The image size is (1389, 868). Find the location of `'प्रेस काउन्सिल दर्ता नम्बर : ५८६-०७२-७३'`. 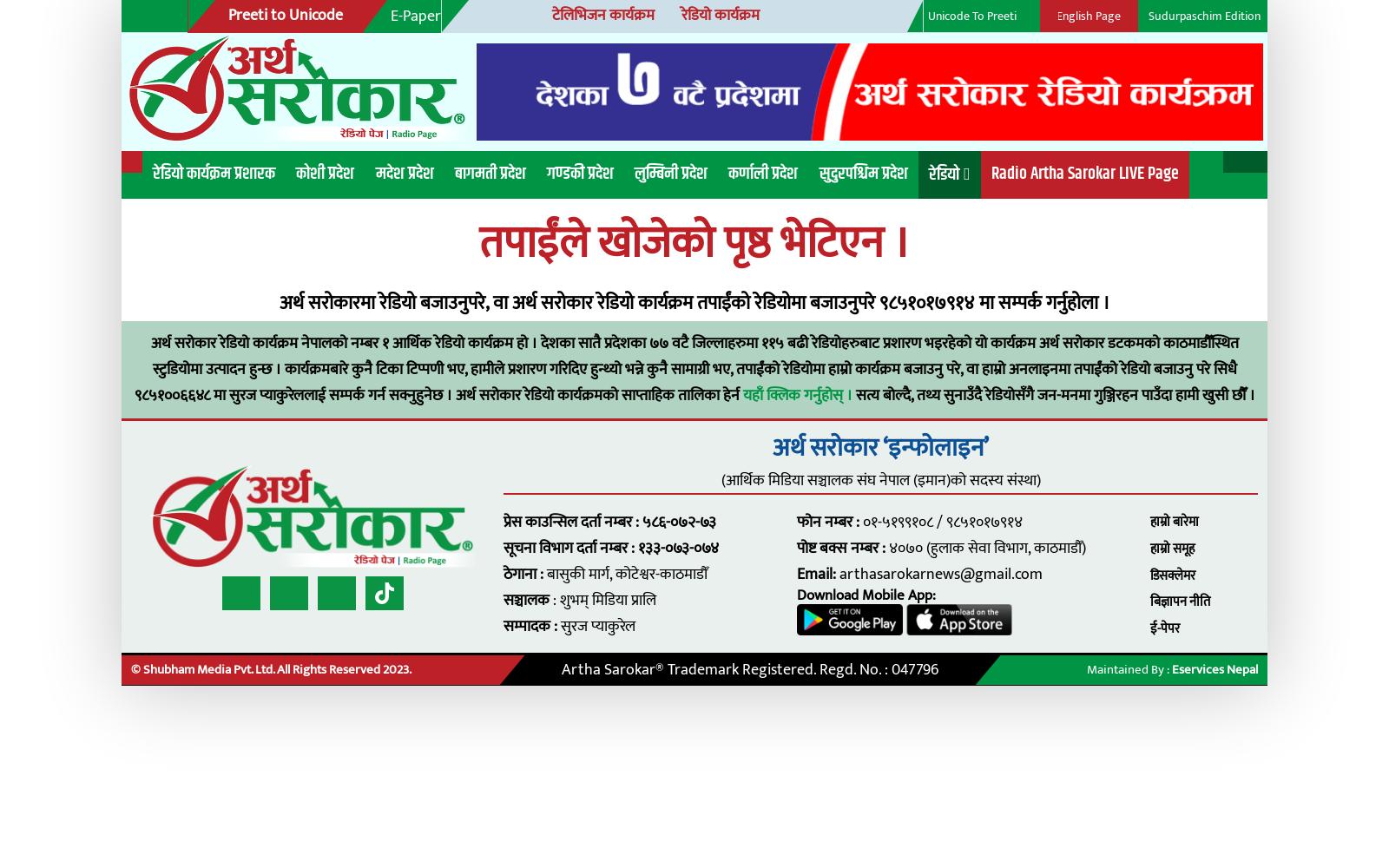

'प्रेस काउन्सिल दर्ता नम्बर : ५८६-०७२-७३' is located at coordinates (554, 474).